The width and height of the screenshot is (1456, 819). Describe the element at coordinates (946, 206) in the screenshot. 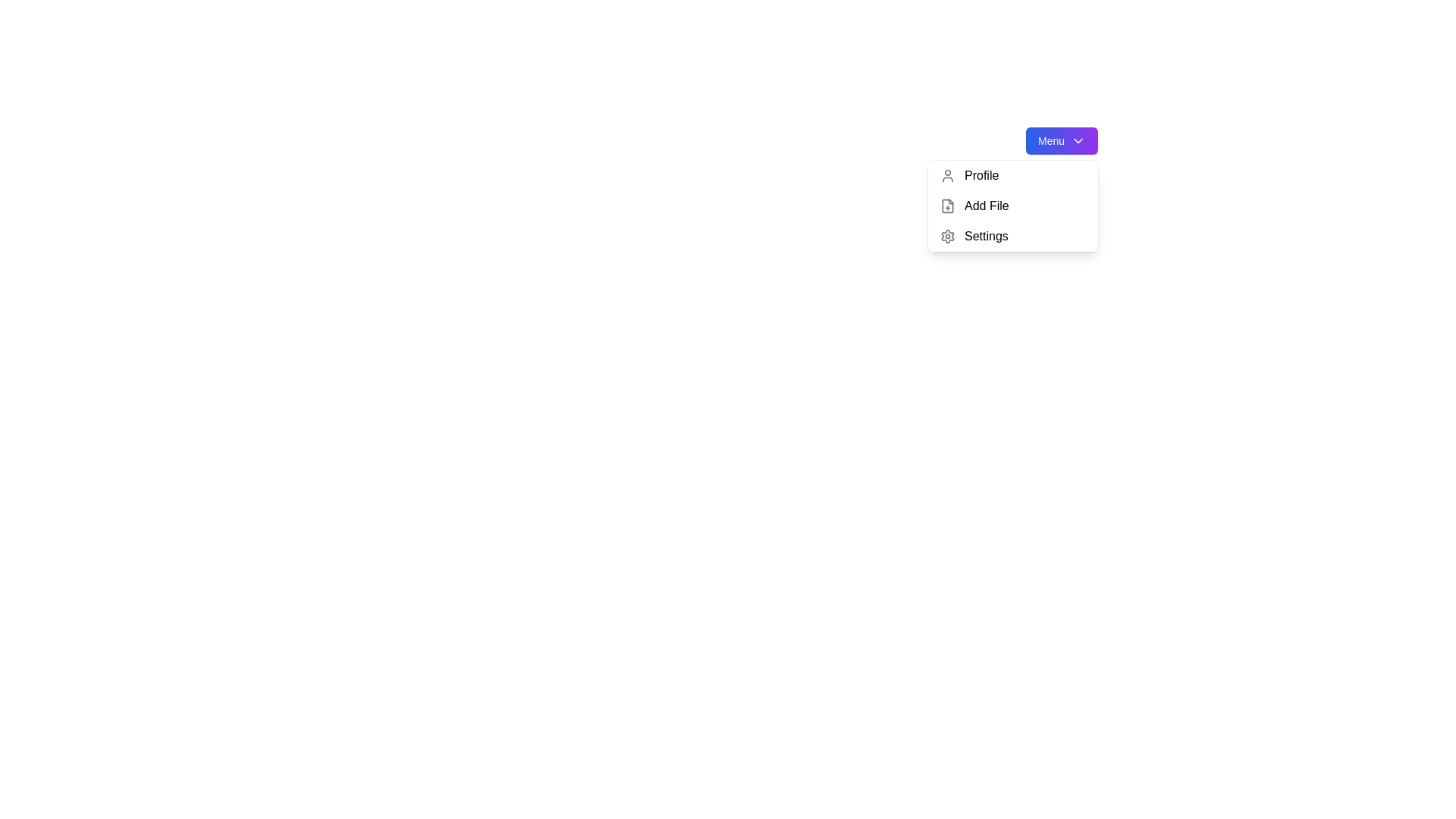

I see `the 'Add File' menu entry, which is represented by an icon of a file with a plus sign, located in the dropdown menu under the 'Menu' button in the top-right corner of the UI` at that location.